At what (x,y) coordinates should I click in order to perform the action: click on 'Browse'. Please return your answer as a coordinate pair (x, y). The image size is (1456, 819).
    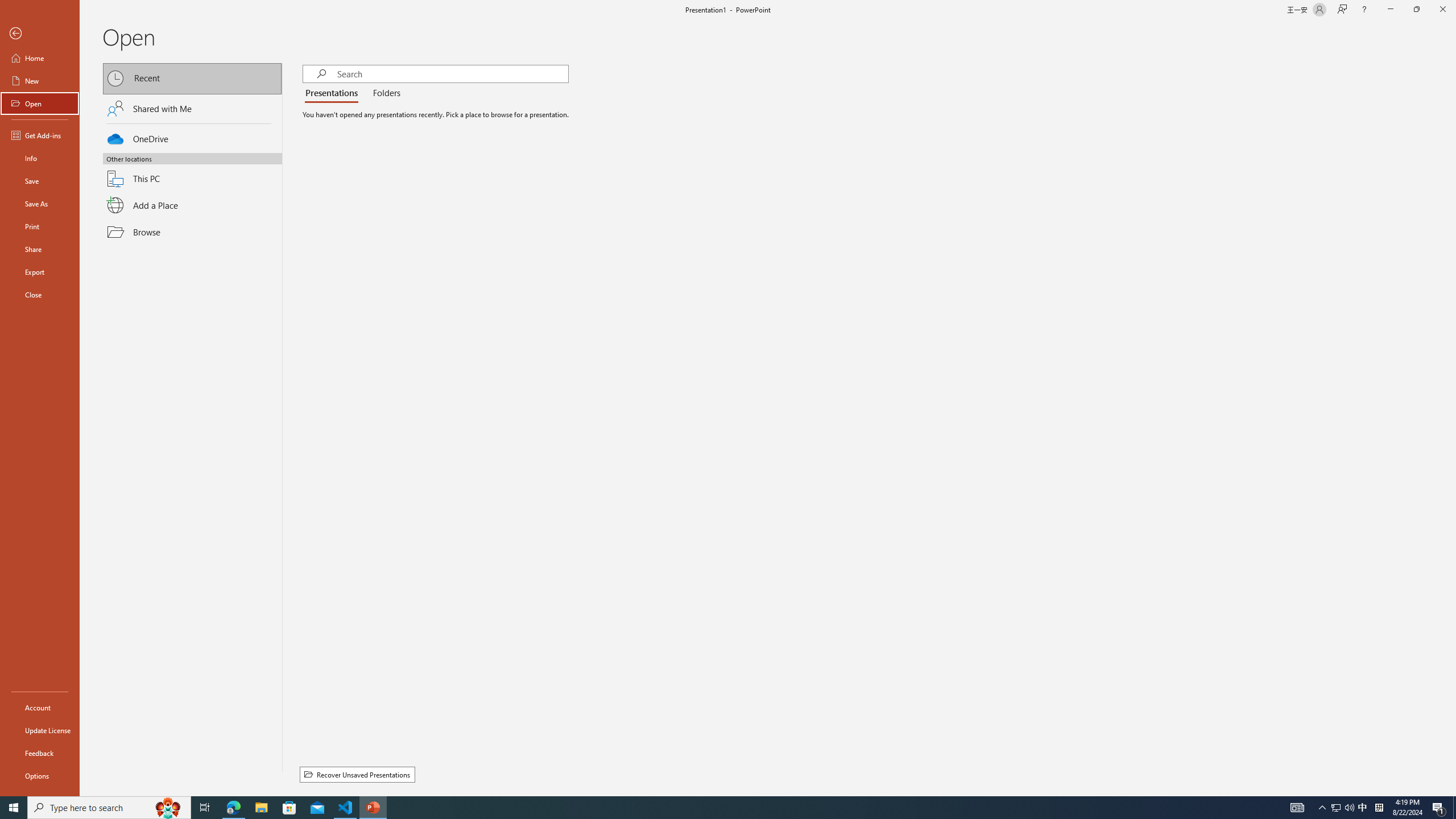
    Looking at the image, I should click on (192, 231).